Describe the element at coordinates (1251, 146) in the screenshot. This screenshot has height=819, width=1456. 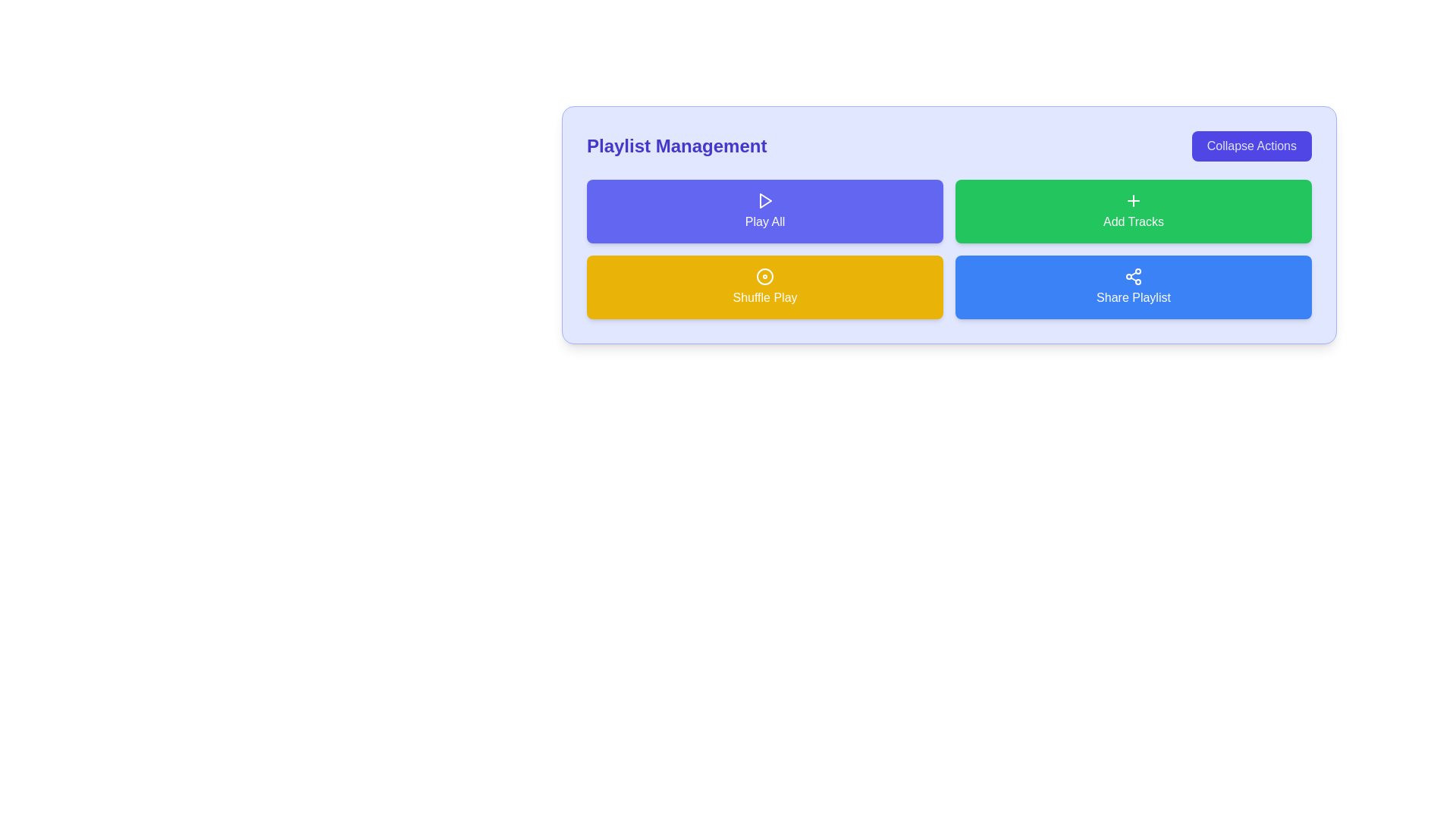
I see `the button located in the top-right corner of the 'Playlist Management' section` at that location.